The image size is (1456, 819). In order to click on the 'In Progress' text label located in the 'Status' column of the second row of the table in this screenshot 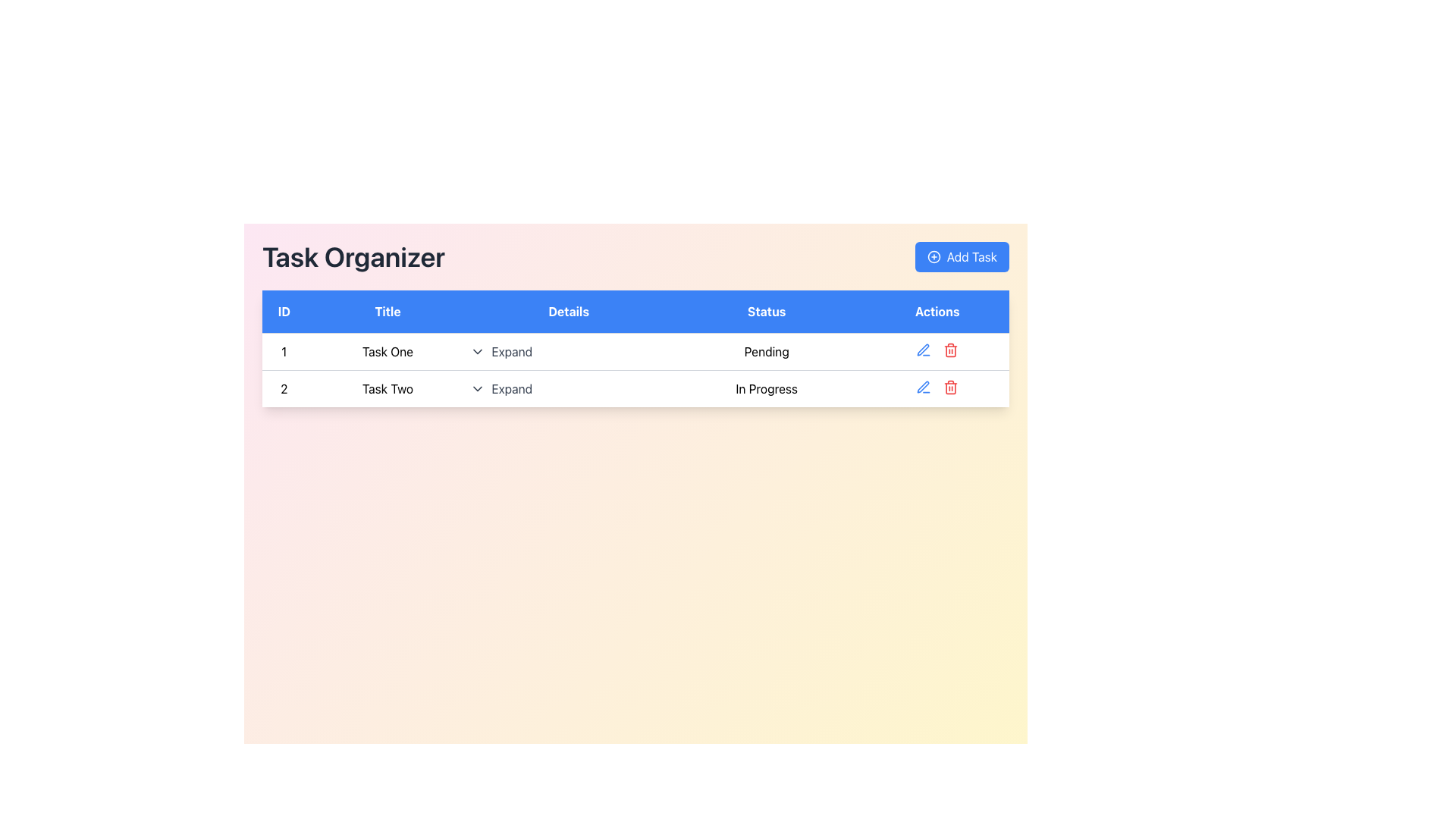, I will do `click(767, 388)`.